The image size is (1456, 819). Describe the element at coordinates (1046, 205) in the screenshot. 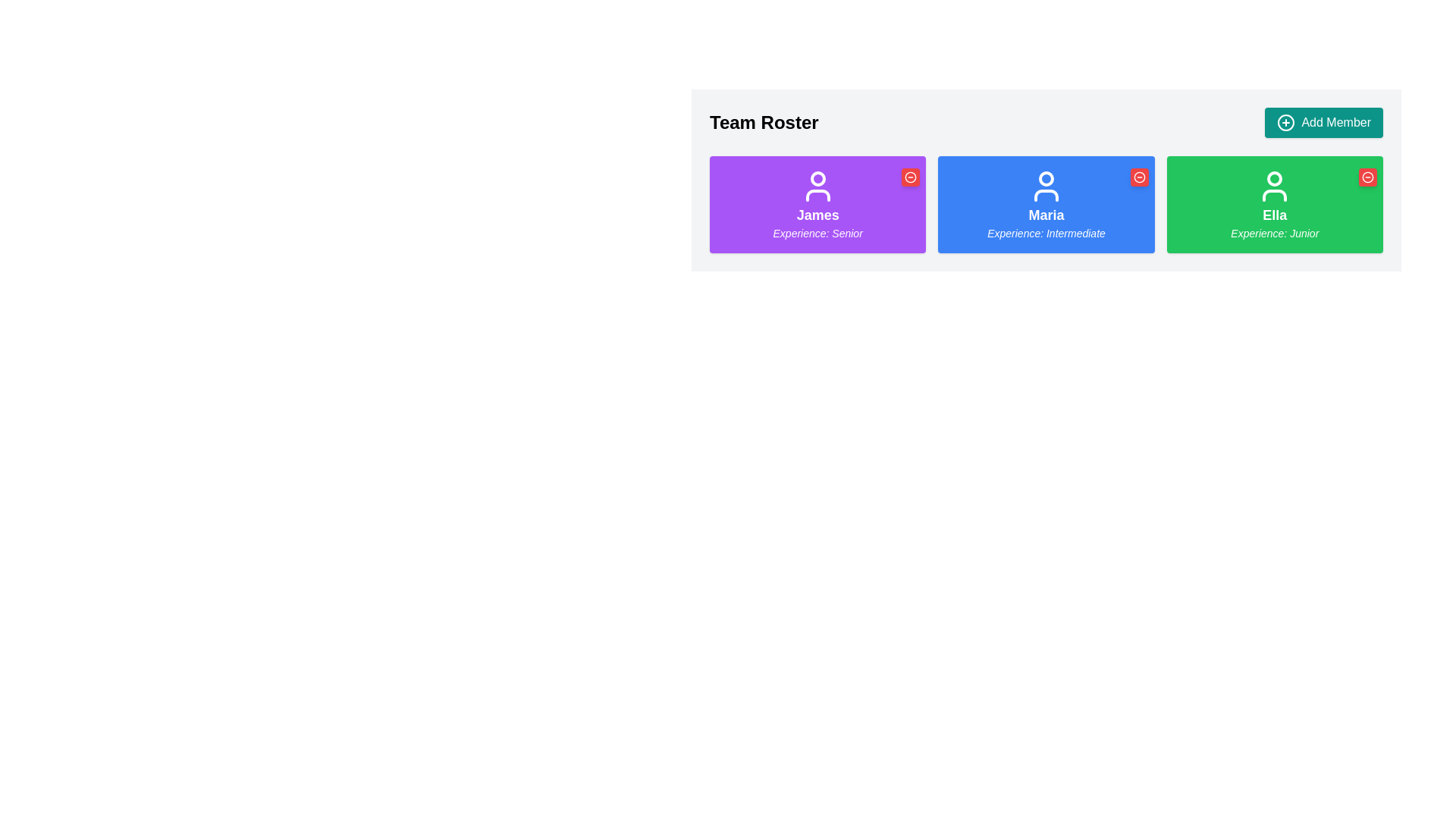

I see `the user information card displaying the team member 'Maria' with experience level 'Intermediate', located in the 'Team Roster' section between 'James' and 'Ella'` at that location.